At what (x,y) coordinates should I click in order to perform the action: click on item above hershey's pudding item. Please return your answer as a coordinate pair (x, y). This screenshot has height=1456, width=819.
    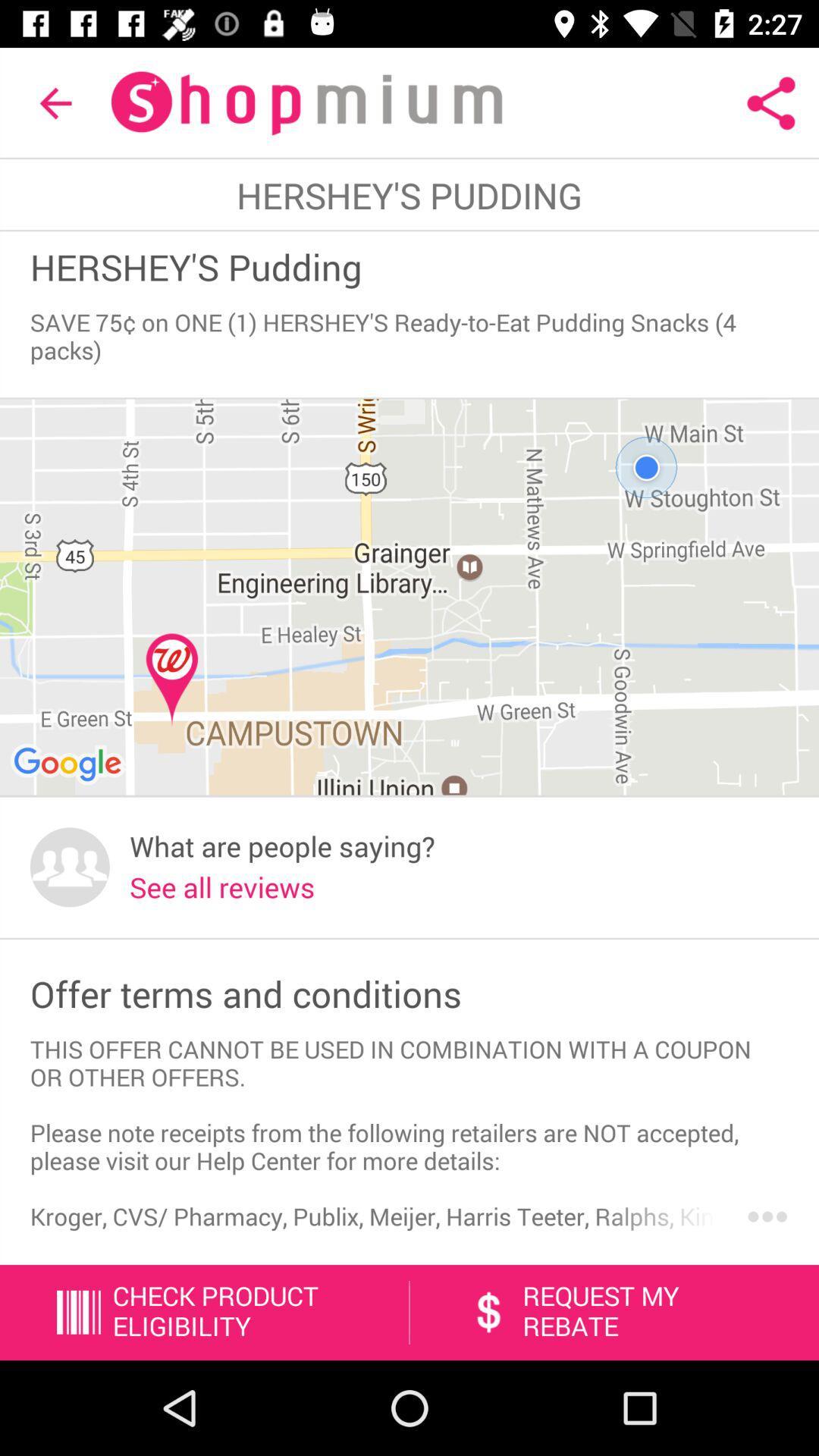
    Looking at the image, I should click on (771, 102).